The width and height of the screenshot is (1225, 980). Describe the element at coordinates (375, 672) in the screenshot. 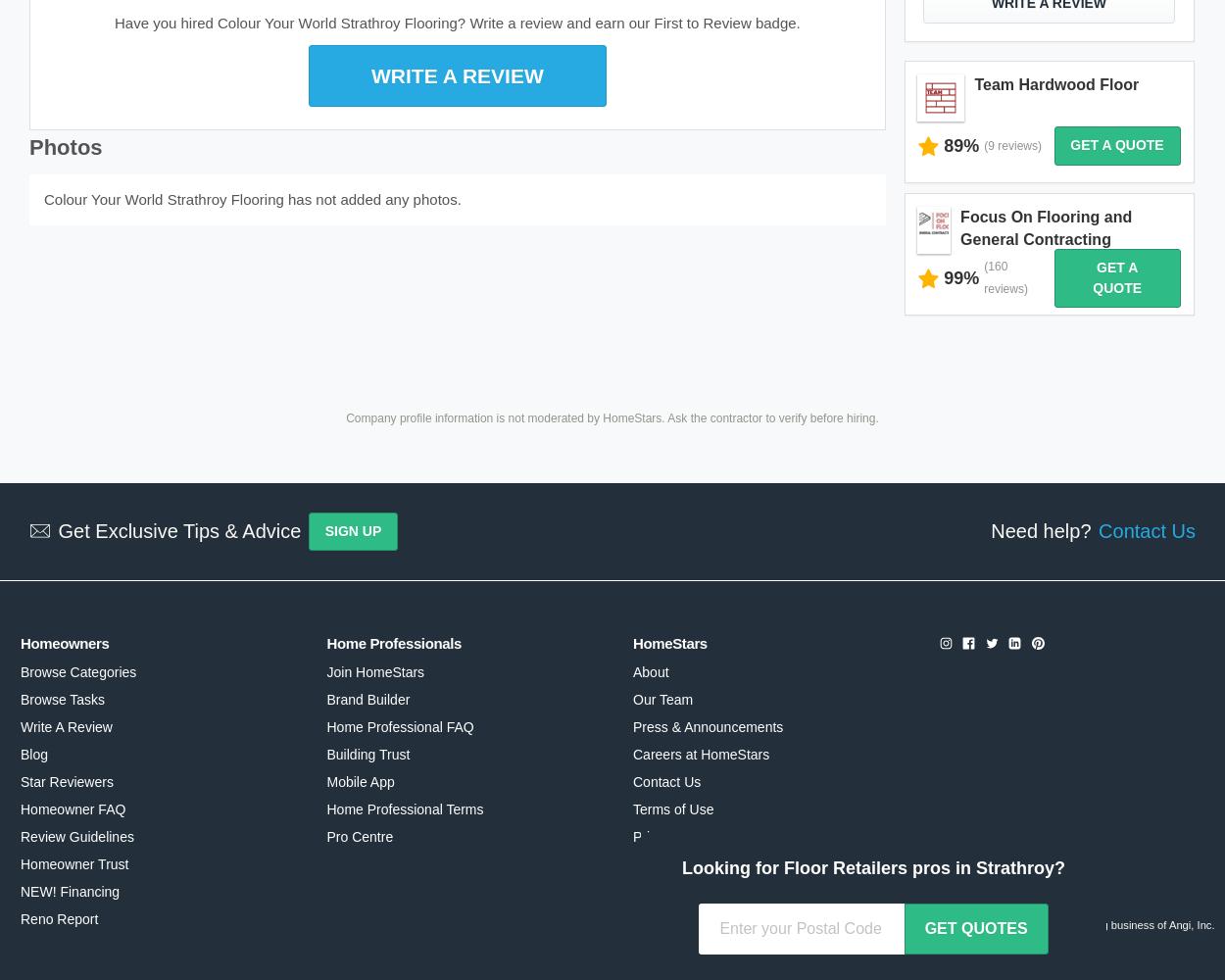

I see `'Join HomeStars'` at that location.